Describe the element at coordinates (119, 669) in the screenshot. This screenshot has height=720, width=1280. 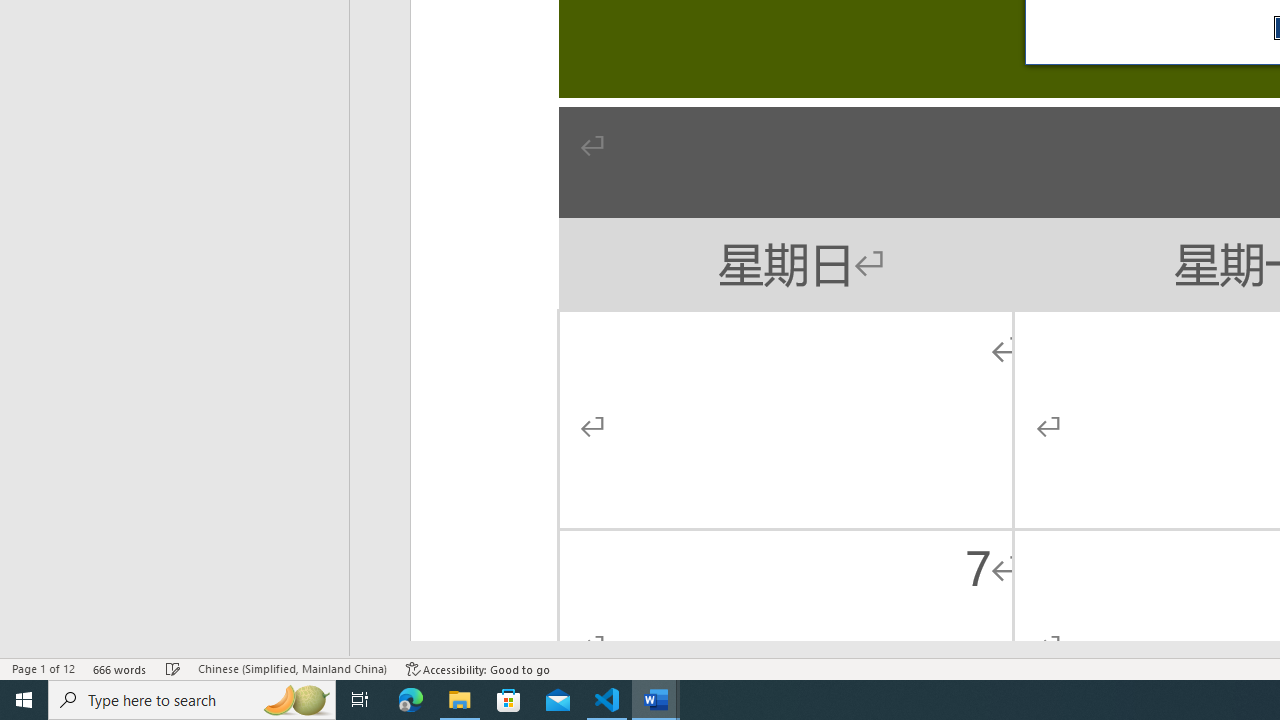
I see `'Word Count 666 words'` at that location.